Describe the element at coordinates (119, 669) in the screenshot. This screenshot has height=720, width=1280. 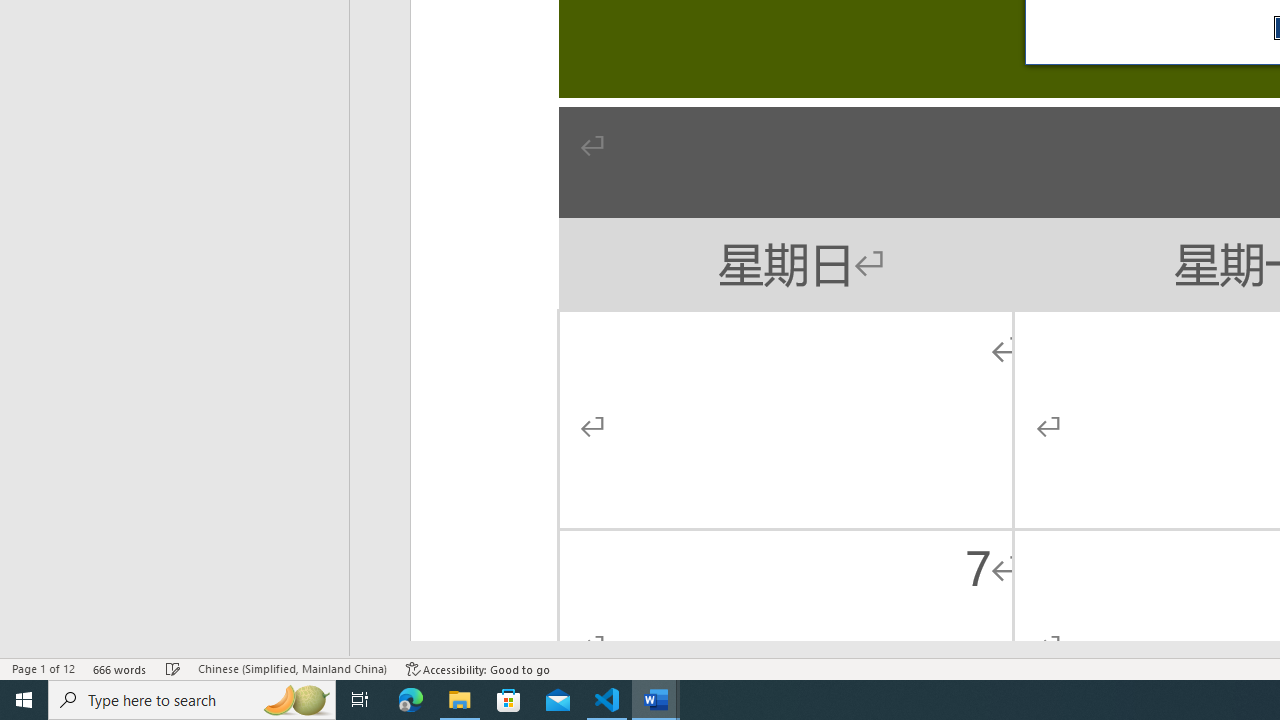
I see `'Word Count 666 words'` at that location.